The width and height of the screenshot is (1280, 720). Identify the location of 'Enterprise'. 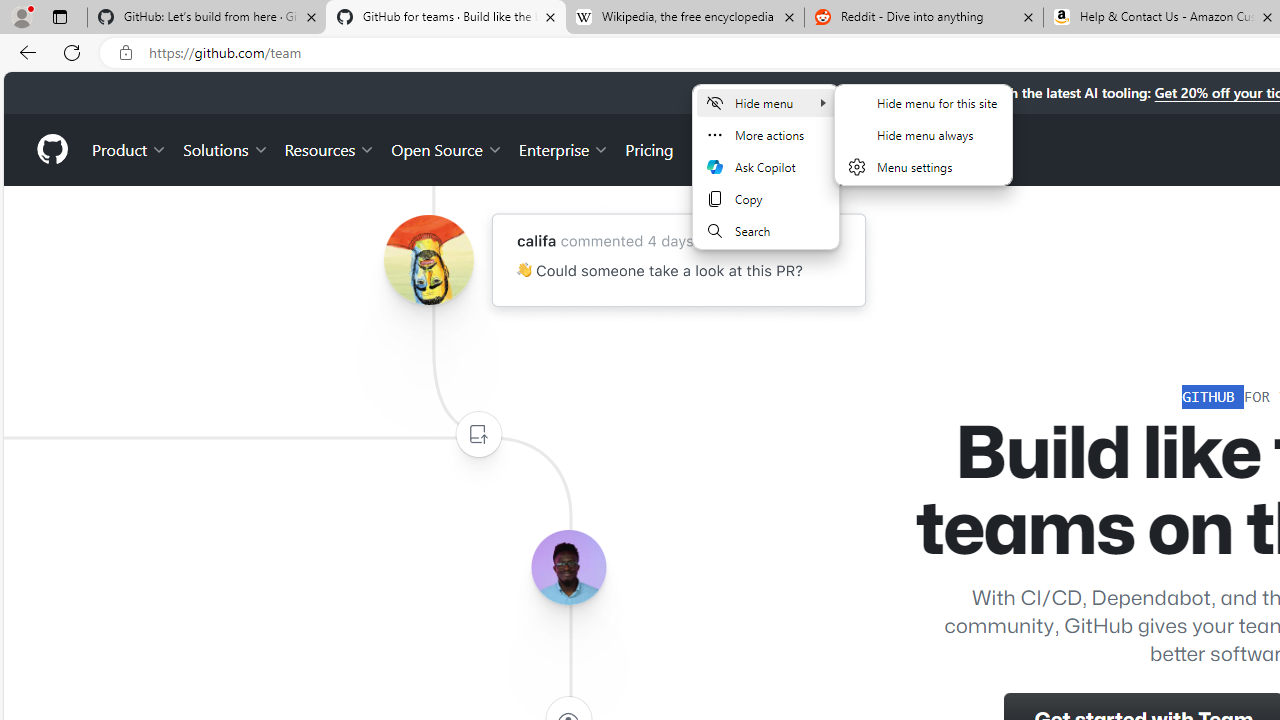
(562, 148).